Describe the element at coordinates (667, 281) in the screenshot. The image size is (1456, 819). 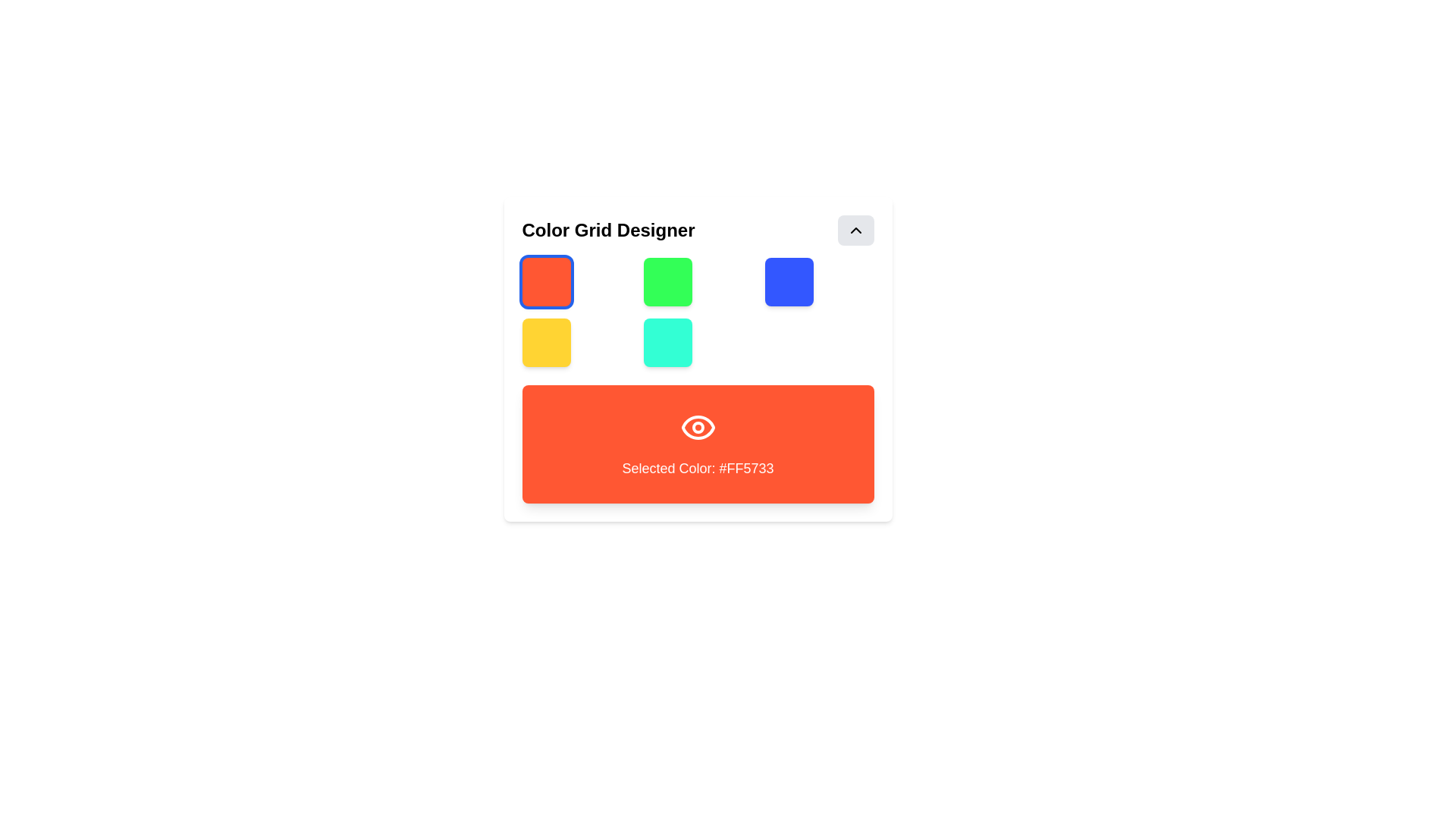
I see `the green-colored square option, which is the second square in a grid layout, positioned in the first row between a red-tinted square and a dark blue square` at that location.